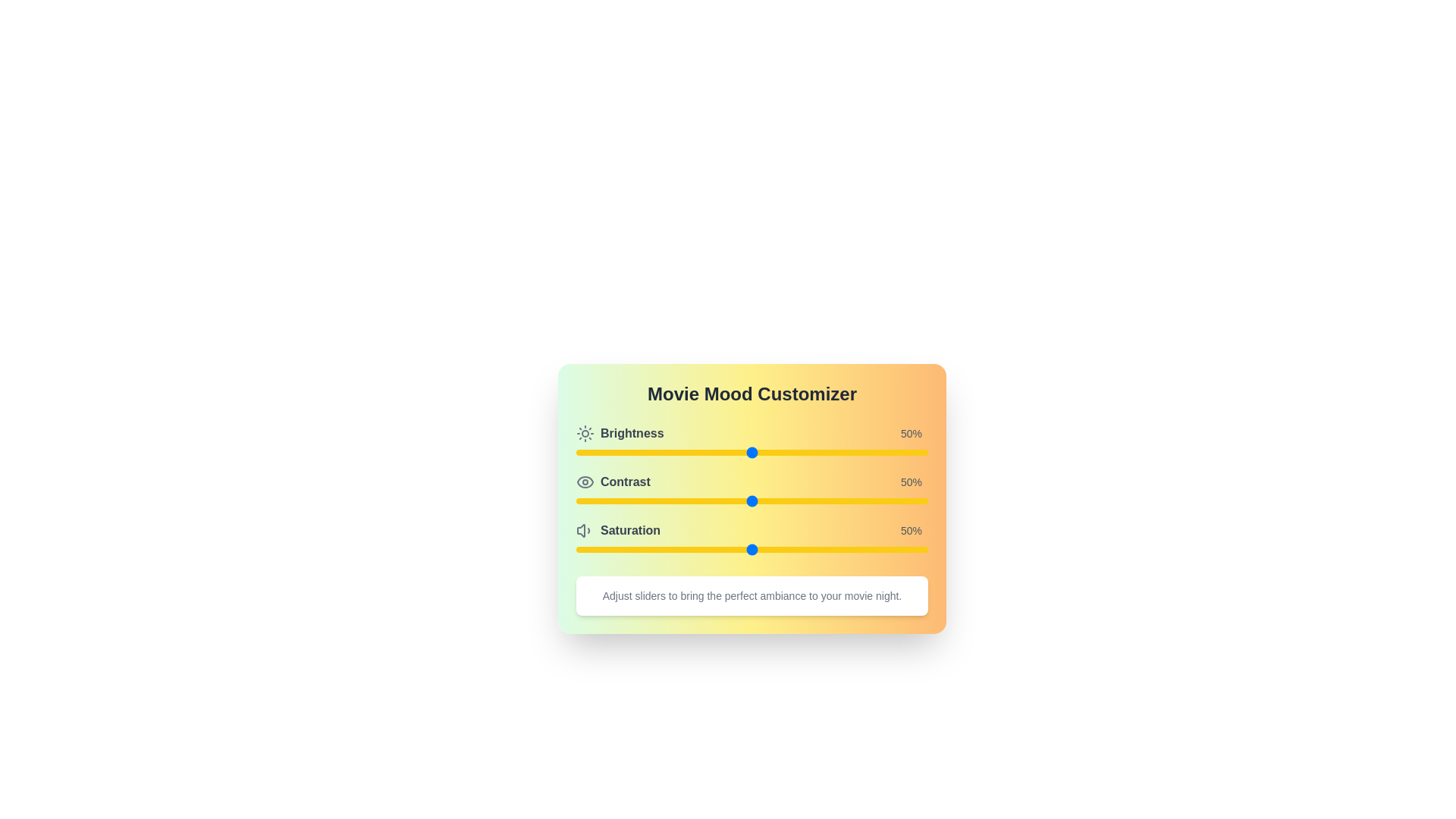  I want to click on the saturation level, so click(843, 550).